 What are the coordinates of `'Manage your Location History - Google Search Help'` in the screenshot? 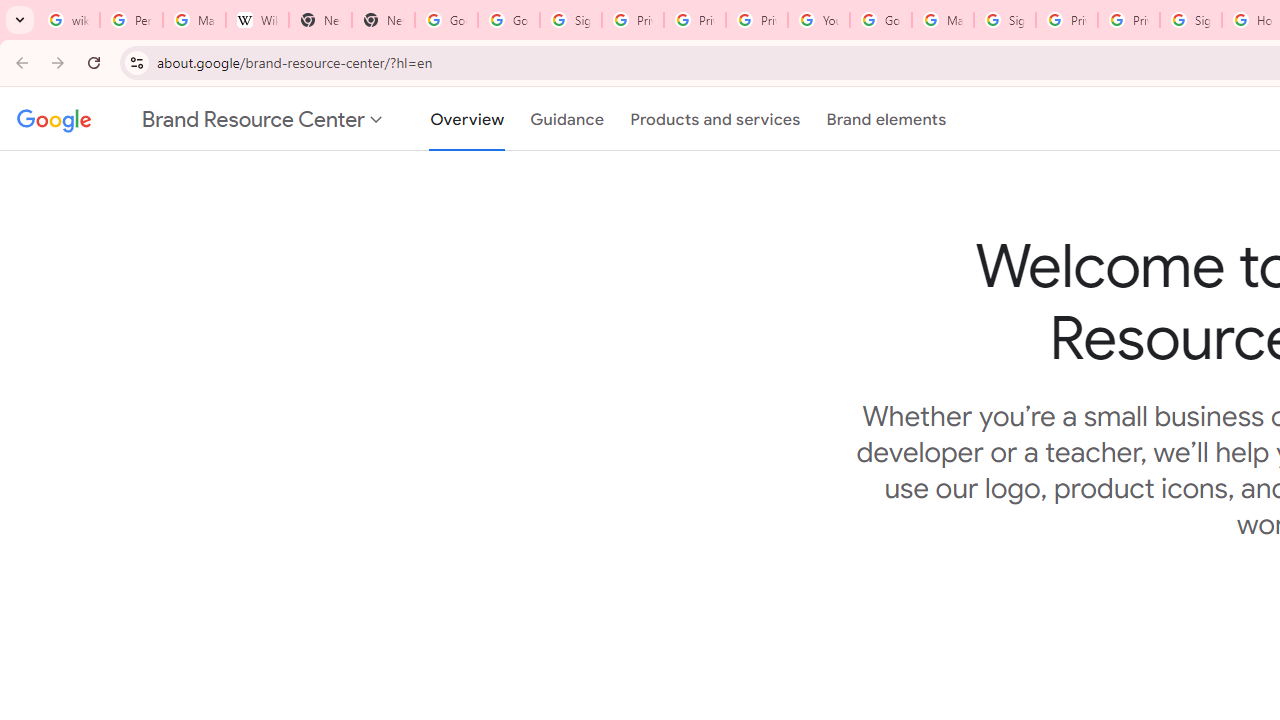 It's located at (194, 20).